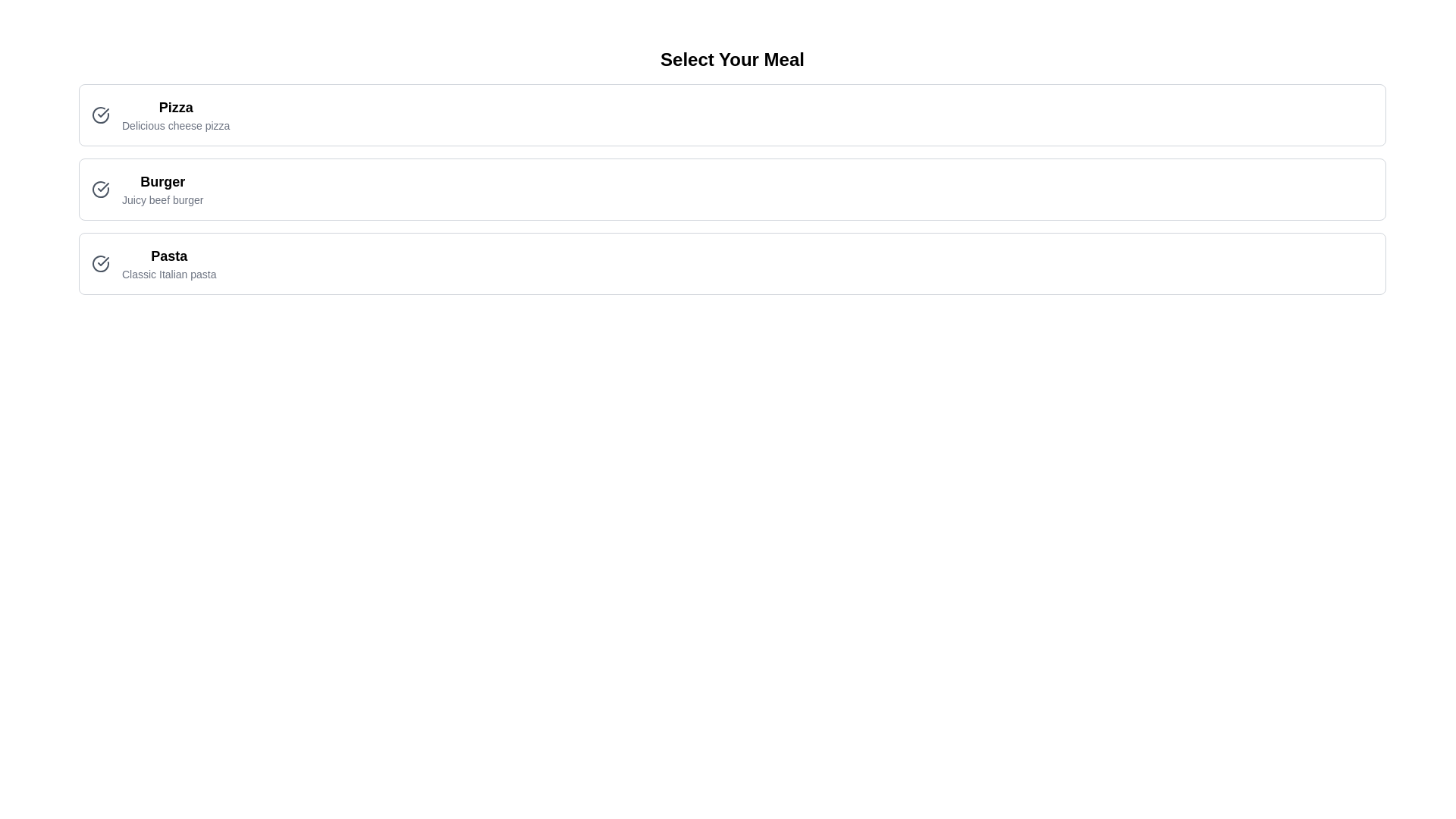 The image size is (1456, 819). What do you see at coordinates (162, 199) in the screenshot?
I see `the static text label that provides a descriptive subtitle for the meal option 'Burger', located immediately below the 'Burger' text element` at bounding box center [162, 199].